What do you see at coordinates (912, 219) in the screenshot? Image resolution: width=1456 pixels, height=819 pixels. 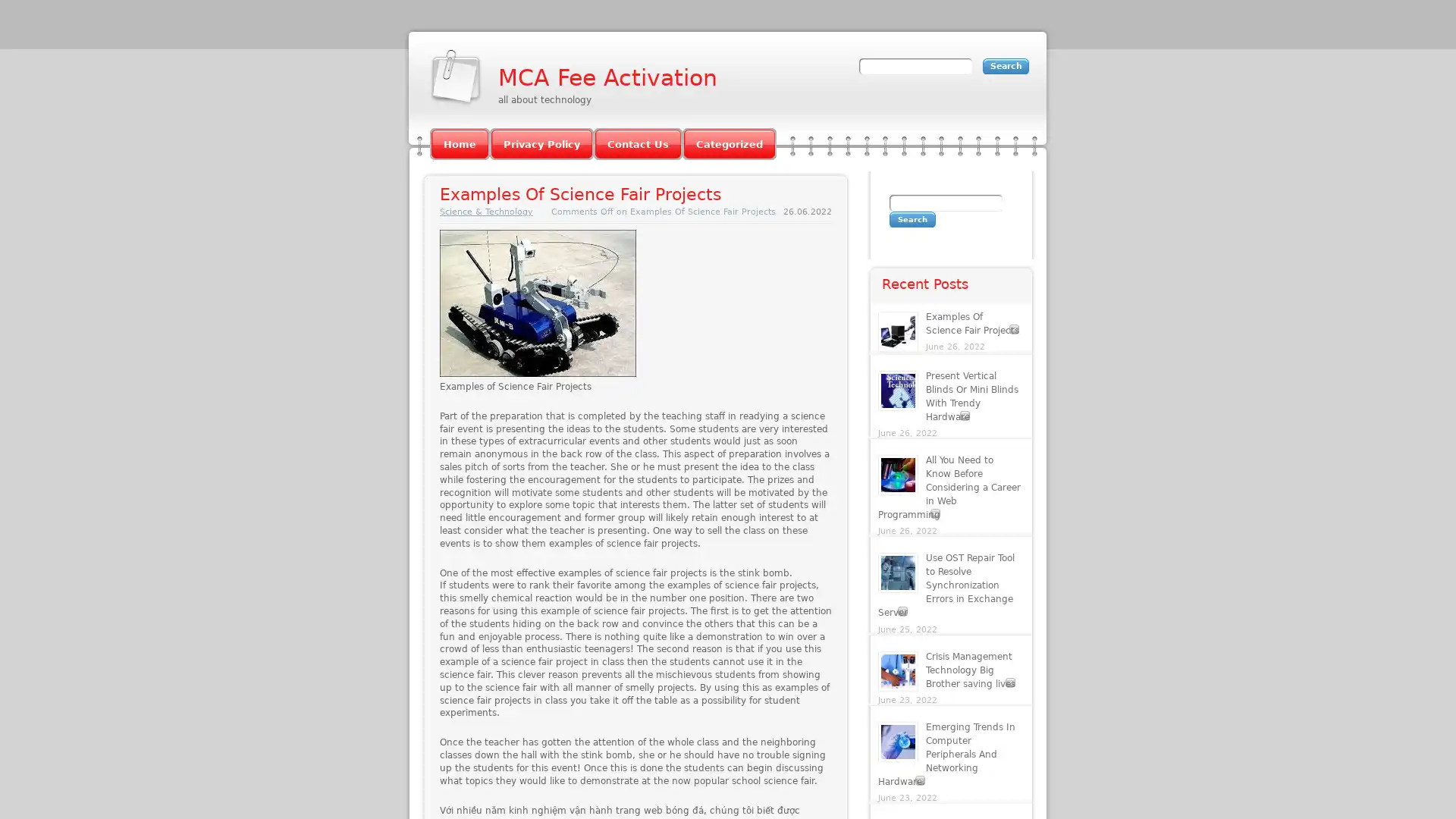 I see `Search` at bounding box center [912, 219].